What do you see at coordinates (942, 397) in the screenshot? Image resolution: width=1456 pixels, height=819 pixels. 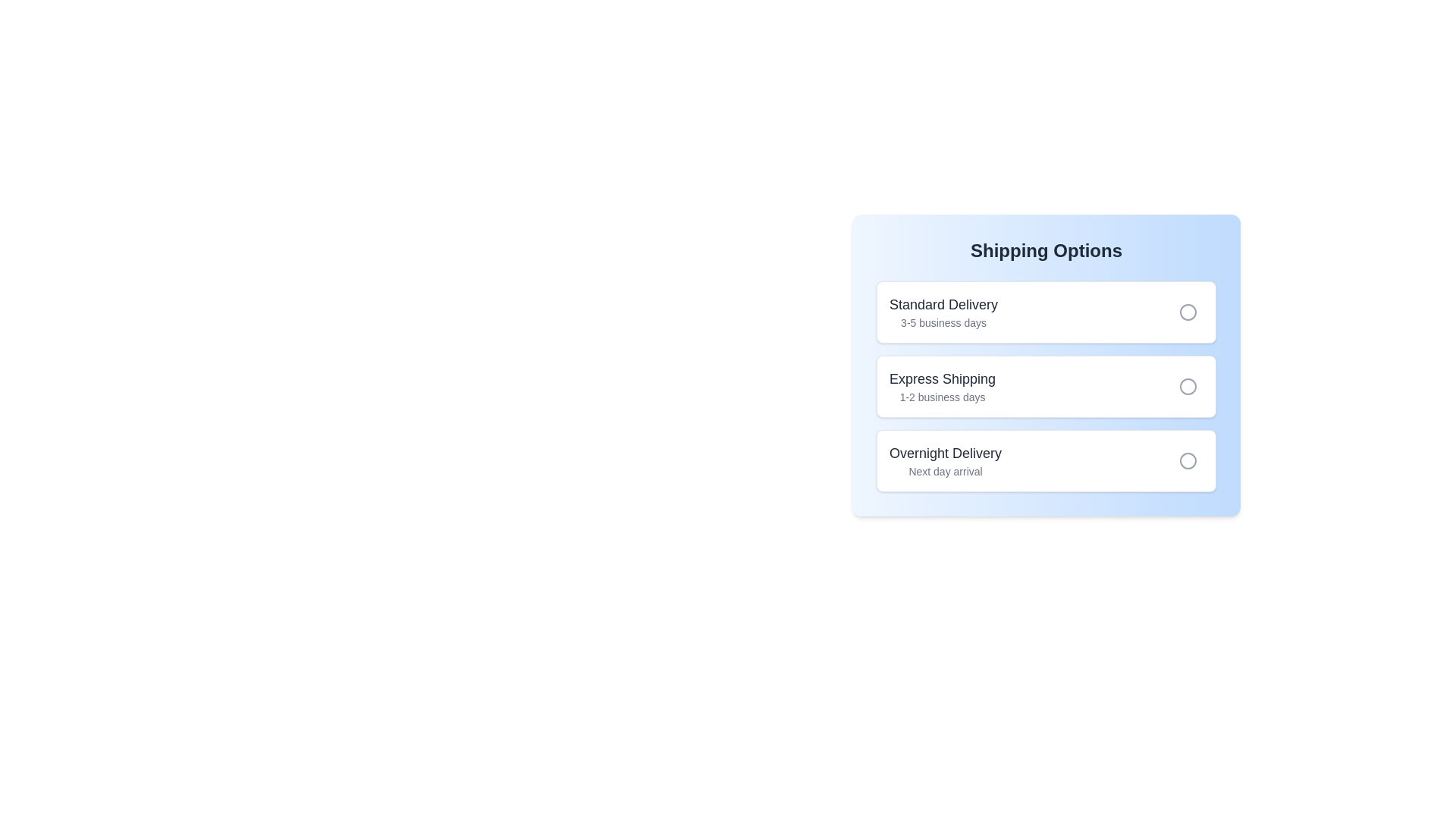 I see `the text displaying '1-2 business days' which is positioned beneath the 'Express Shipping' label in the second shipping option` at bounding box center [942, 397].